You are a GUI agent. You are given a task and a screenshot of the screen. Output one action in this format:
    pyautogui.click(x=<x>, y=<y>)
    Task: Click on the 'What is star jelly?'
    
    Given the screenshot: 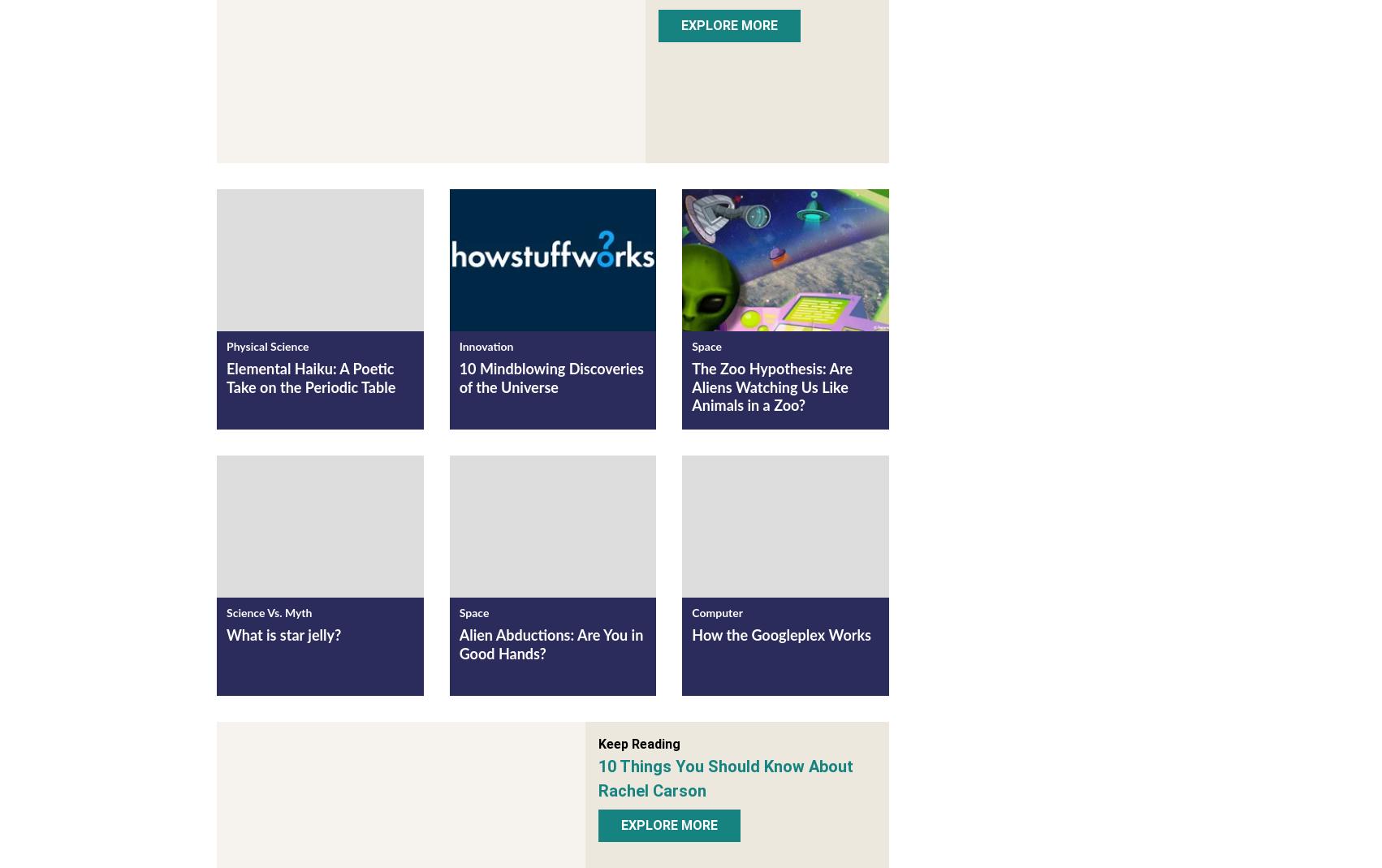 What is the action you would take?
    pyautogui.click(x=283, y=639)
    